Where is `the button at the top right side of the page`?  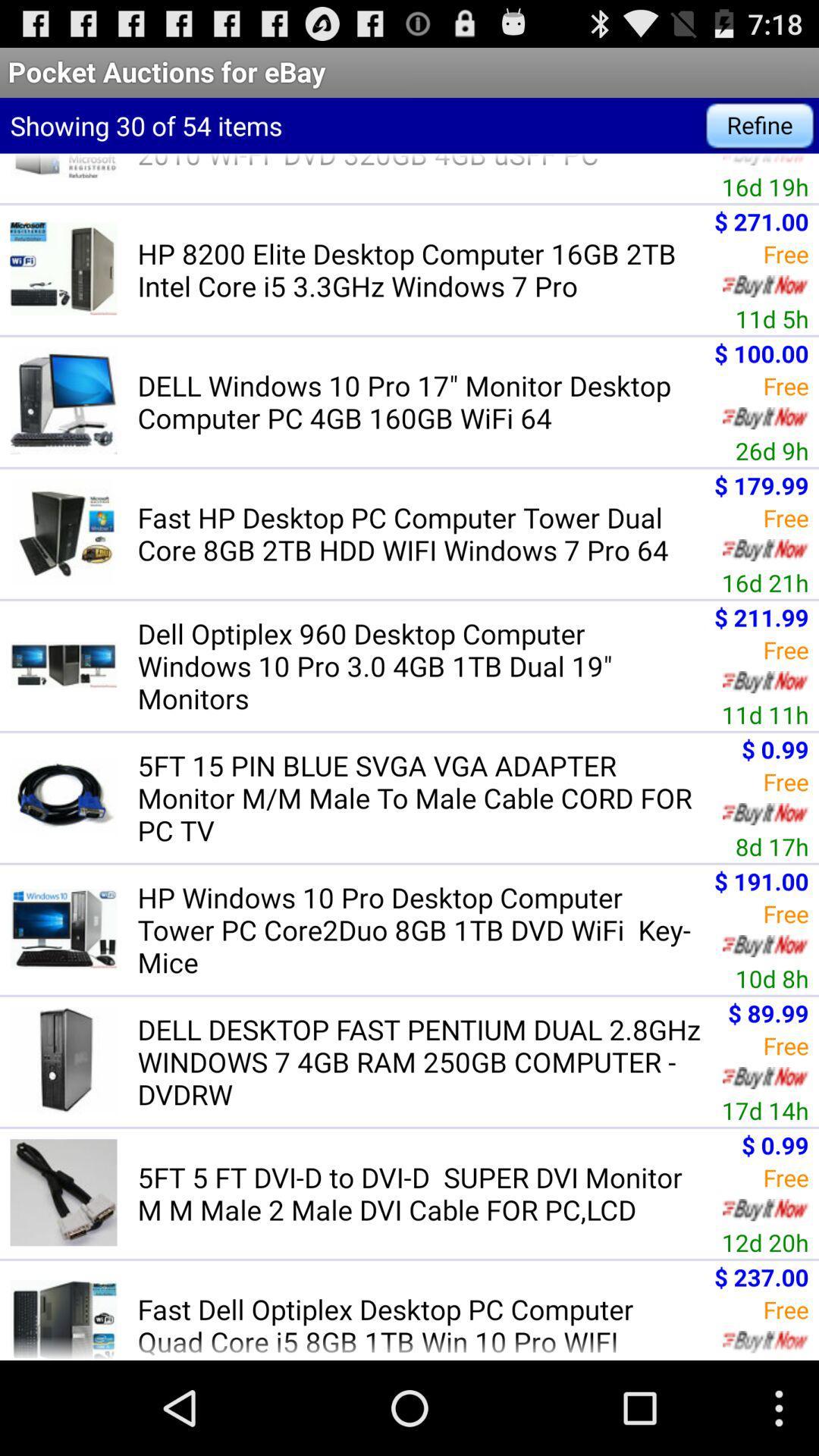
the button at the top right side of the page is located at coordinates (760, 126).